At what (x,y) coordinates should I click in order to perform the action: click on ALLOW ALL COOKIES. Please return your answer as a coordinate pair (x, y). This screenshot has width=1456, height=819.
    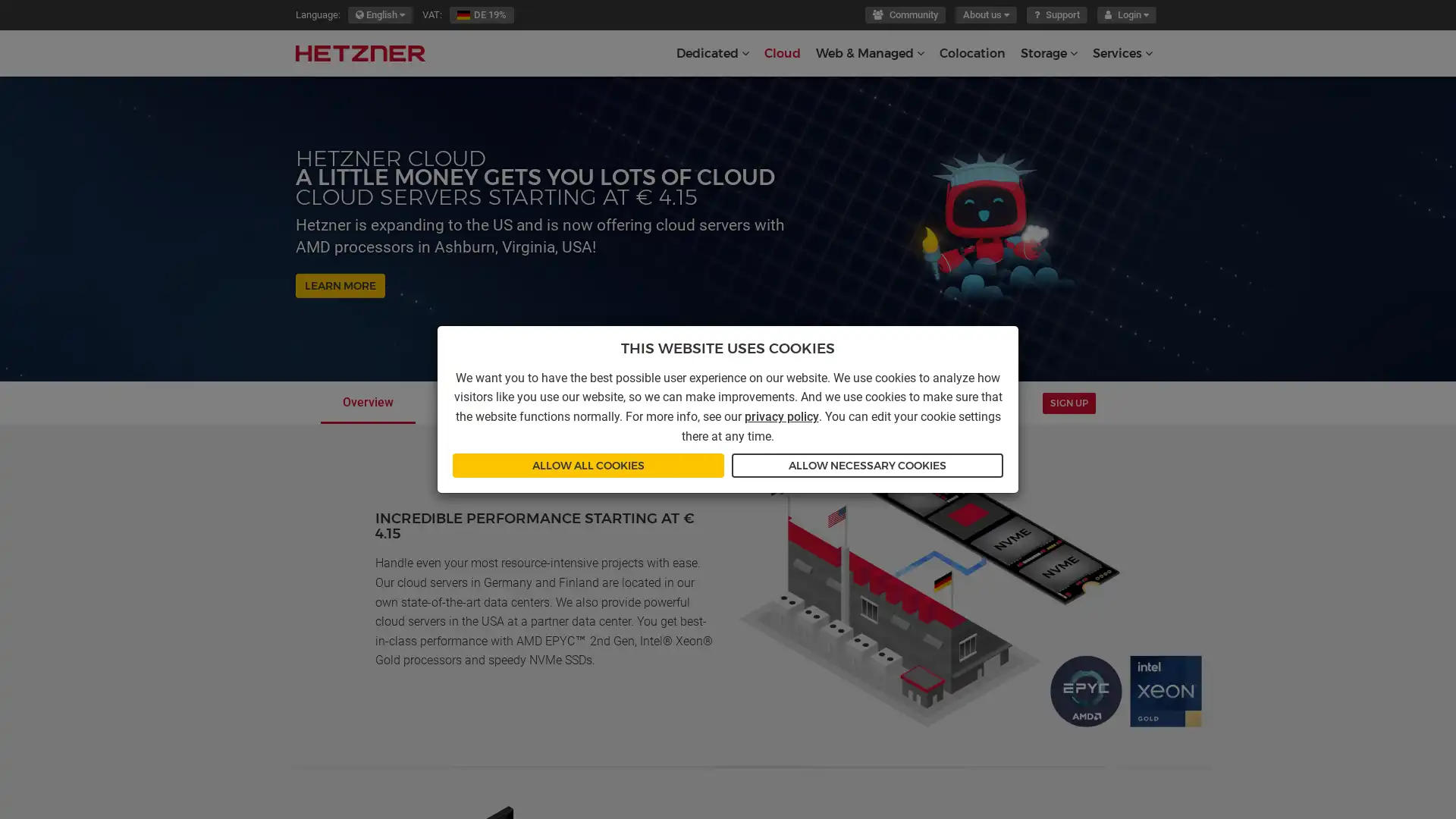
    Looking at the image, I should click on (588, 464).